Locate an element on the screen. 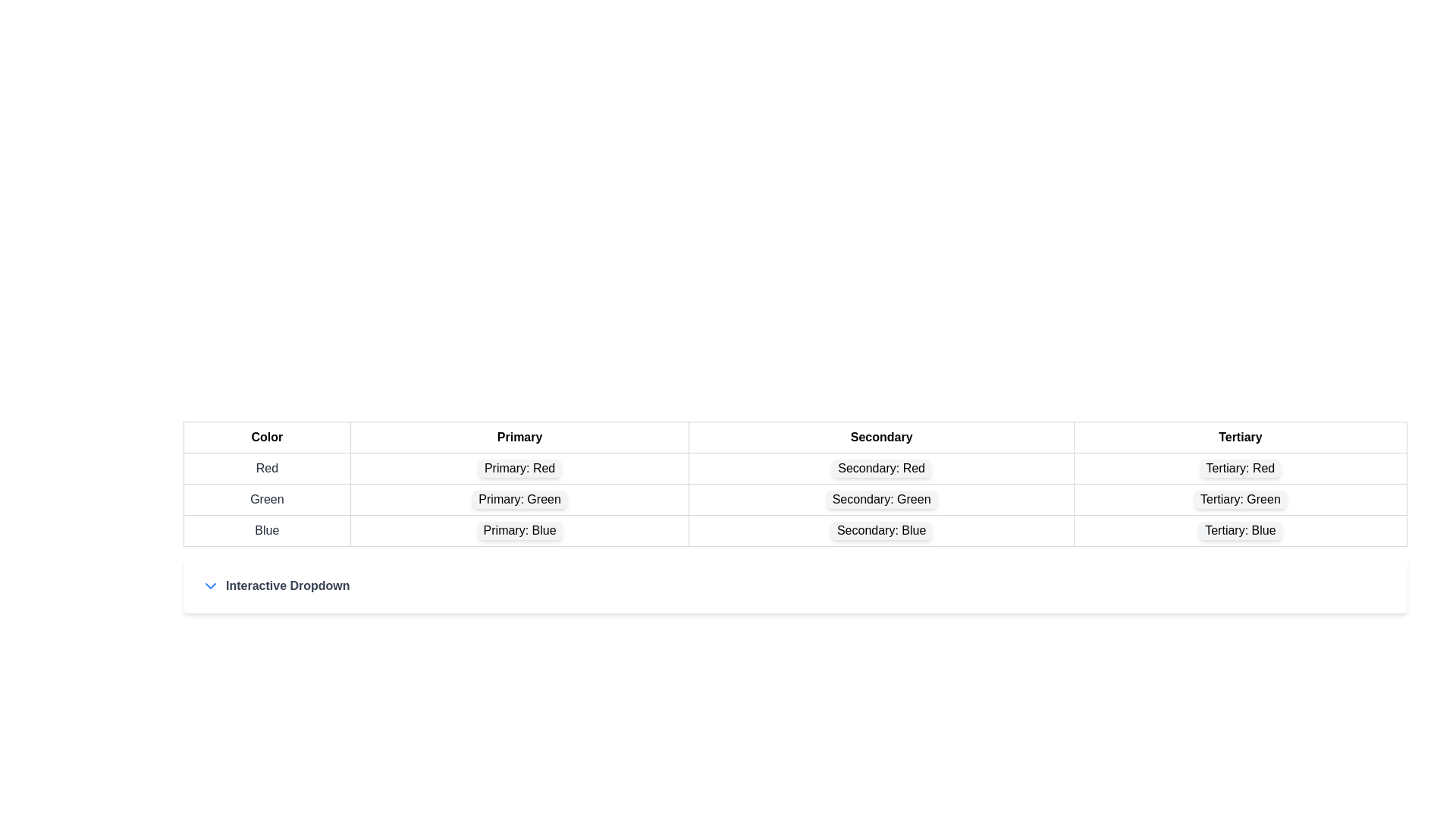 This screenshot has width=1456, height=819. the 'Green' color label in the first column of the second row of the table is located at coordinates (267, 500).